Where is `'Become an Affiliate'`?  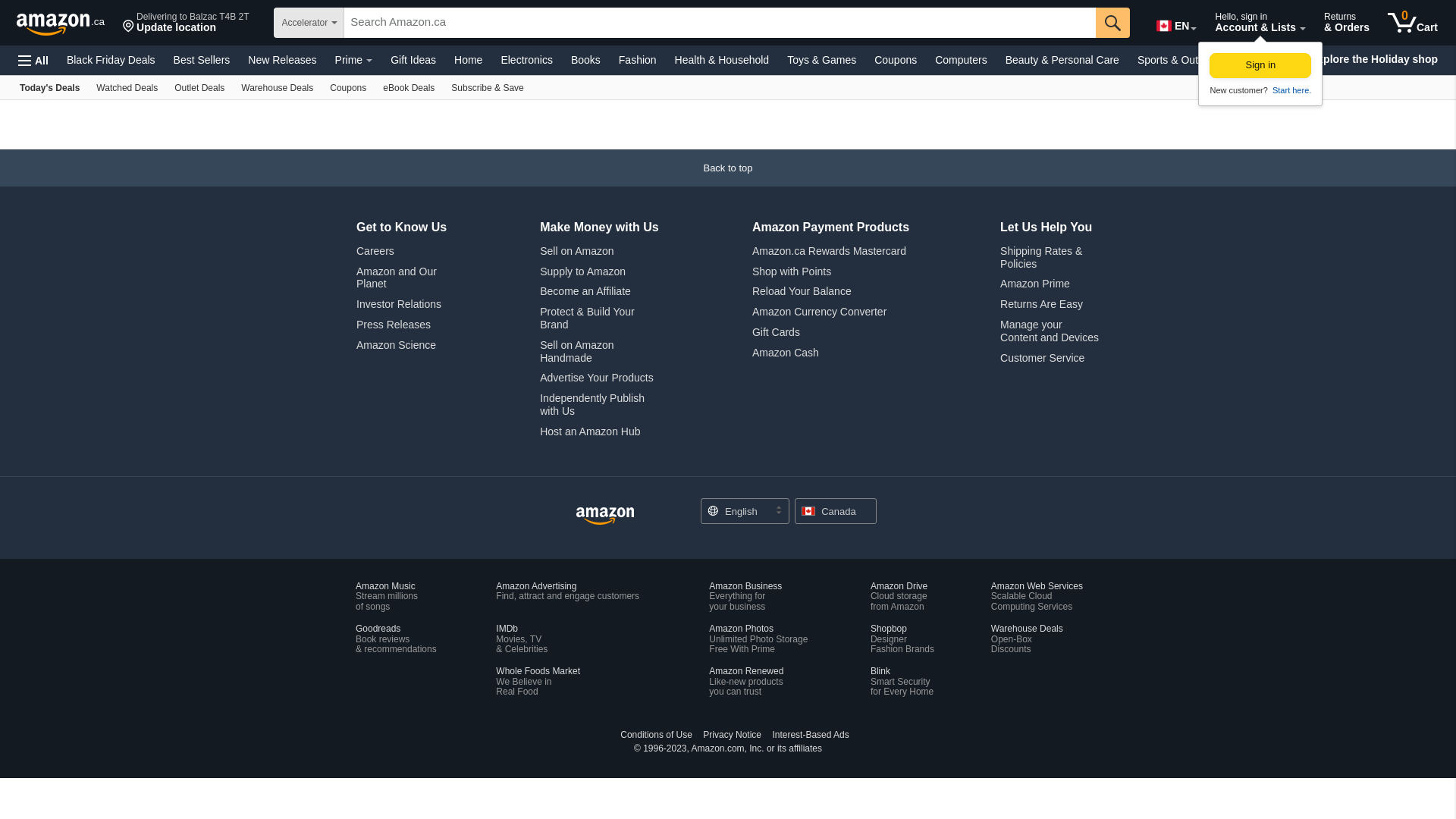
'Become an Affiliate' is located at coordinates (585, 291).